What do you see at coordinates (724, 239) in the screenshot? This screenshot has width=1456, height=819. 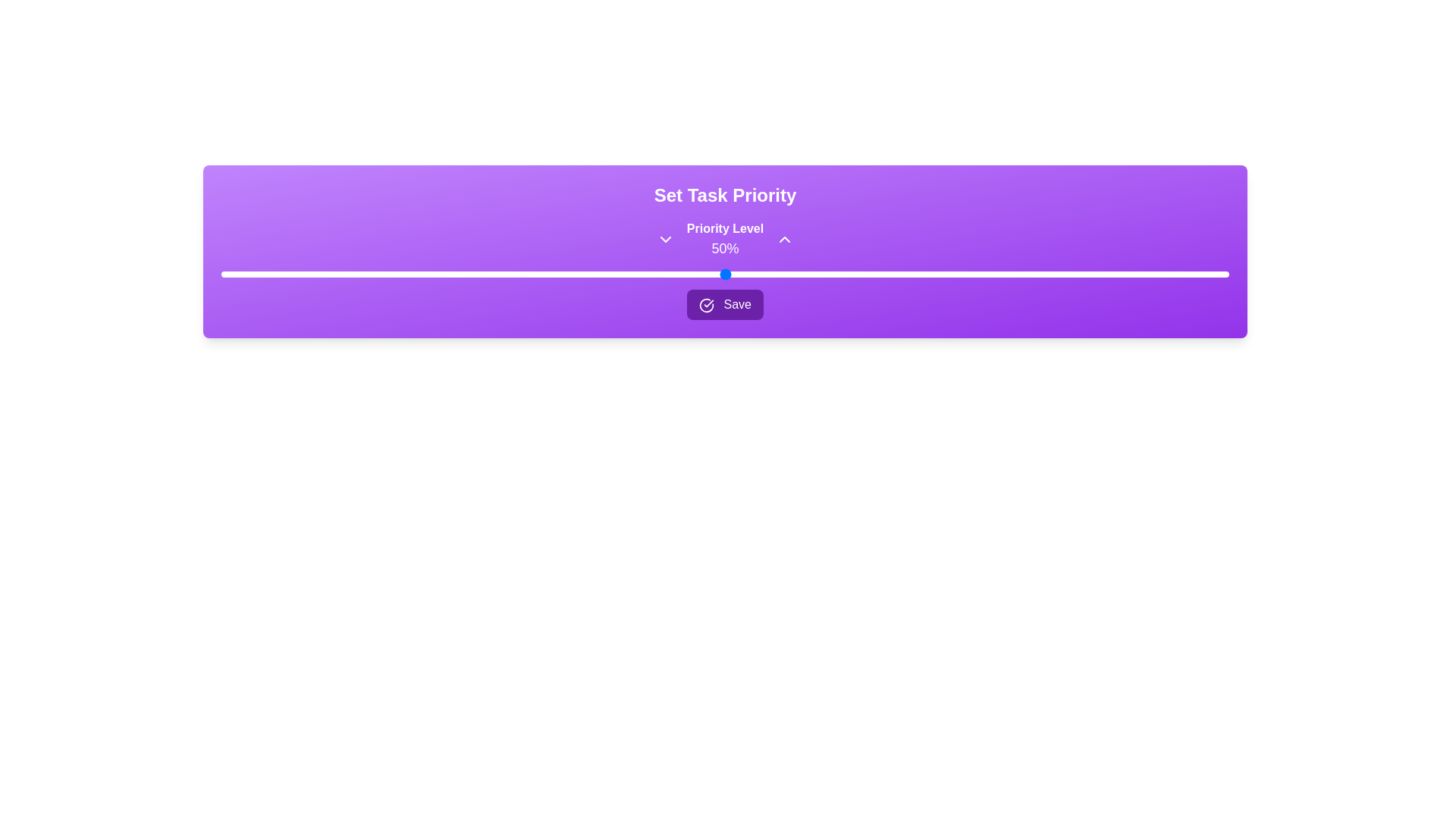 I see `the percentage value in the Dropdown menu for adjusting task priority, located centrally within the purple gradient panel under 'Set Task Priority'` at bounding box center [724, 239].